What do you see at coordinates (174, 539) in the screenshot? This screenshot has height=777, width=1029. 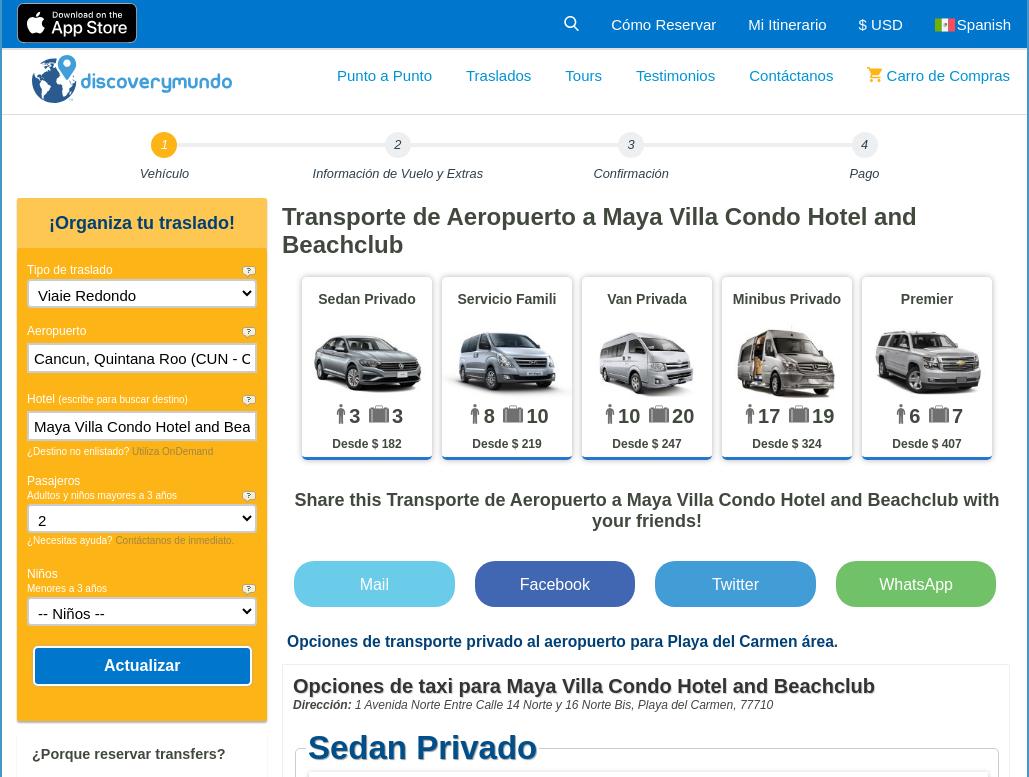 I see `'Contáctanos de inmediato.'` at bounding box center [174, 539].